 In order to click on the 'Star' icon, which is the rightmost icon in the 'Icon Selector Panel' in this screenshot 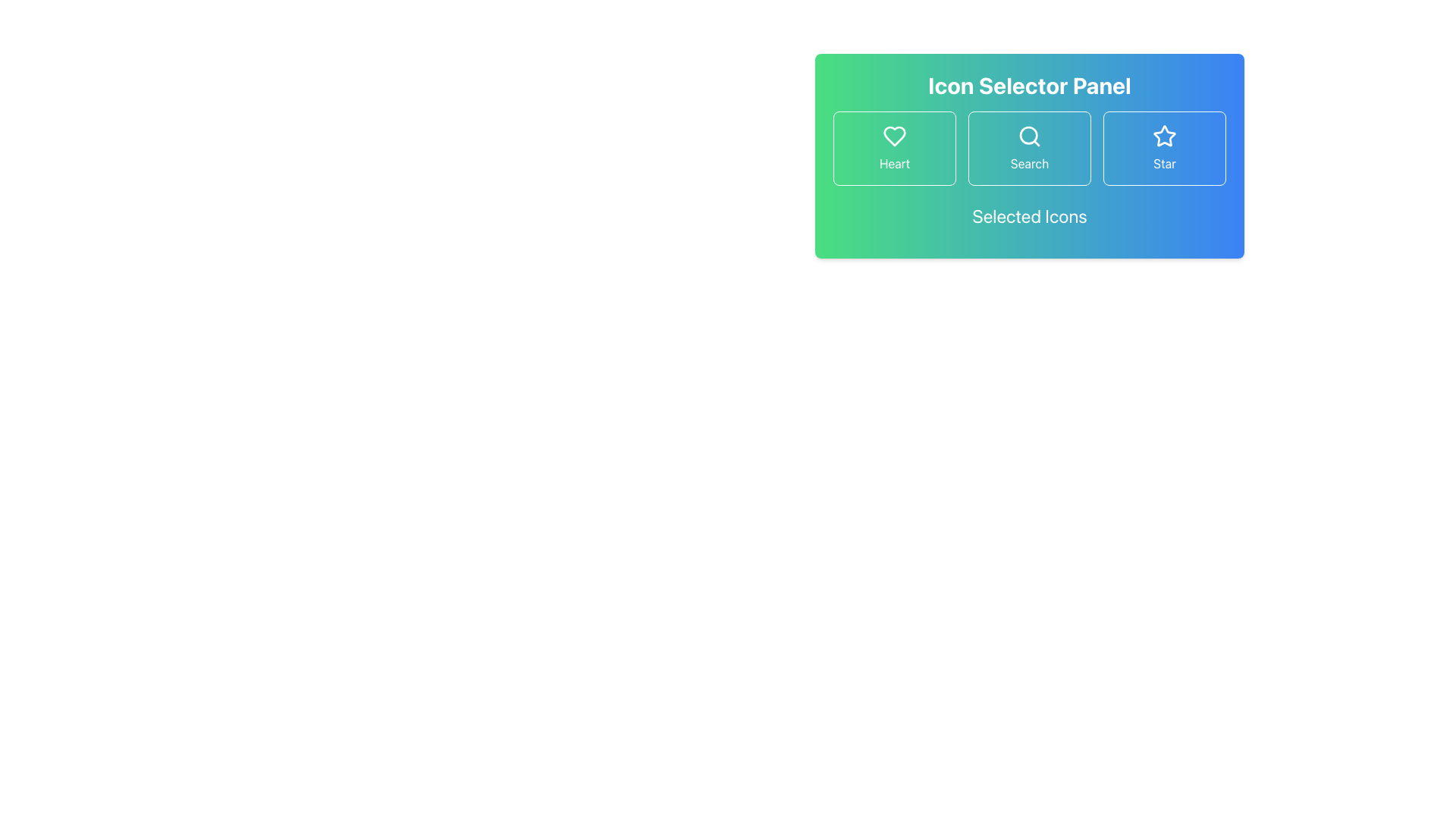, I will do `click(1164, 135)`.